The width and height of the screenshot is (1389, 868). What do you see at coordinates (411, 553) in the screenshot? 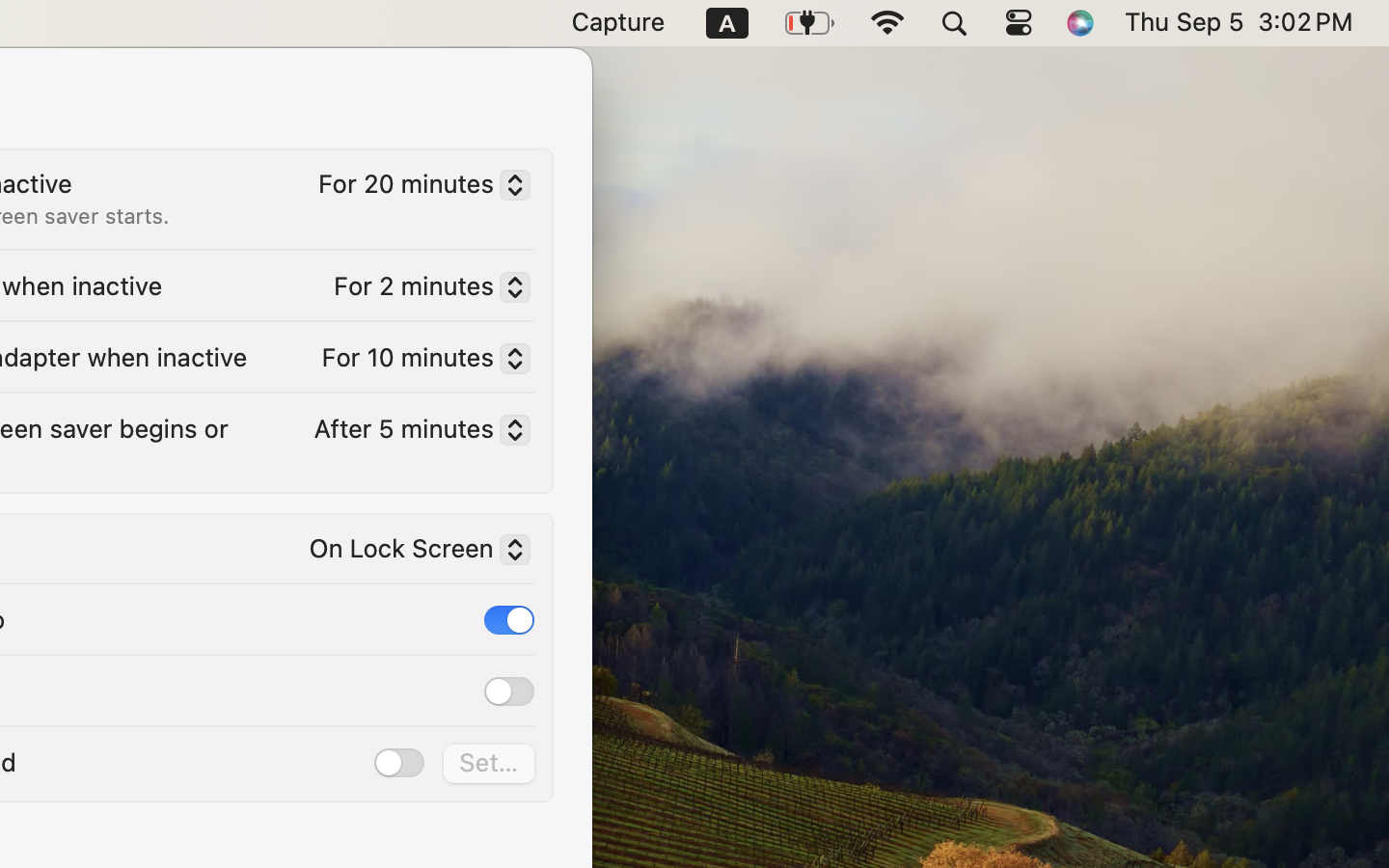
I see `'On Lock Screen'` at bounding box center [411, 553].